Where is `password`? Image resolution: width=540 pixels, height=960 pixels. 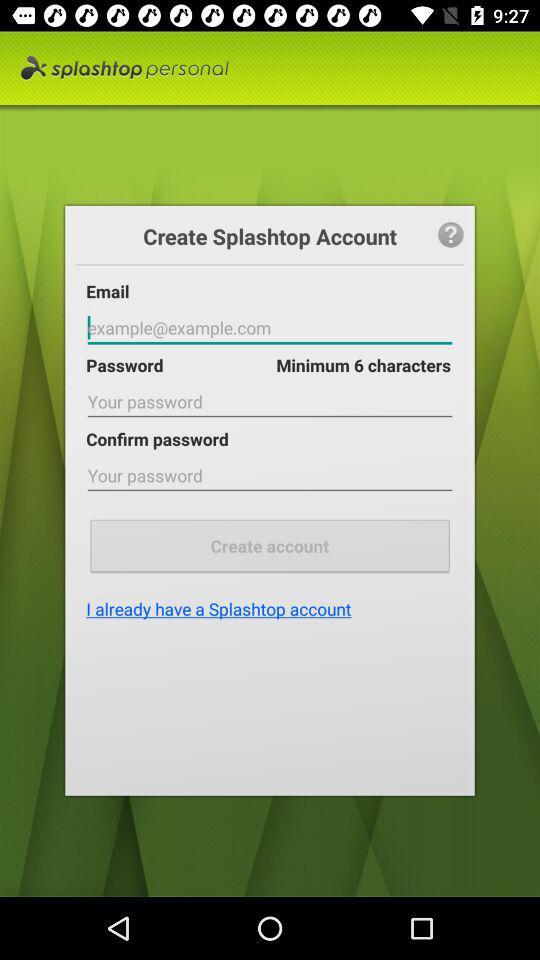
password is located at coordinates (270, 476).